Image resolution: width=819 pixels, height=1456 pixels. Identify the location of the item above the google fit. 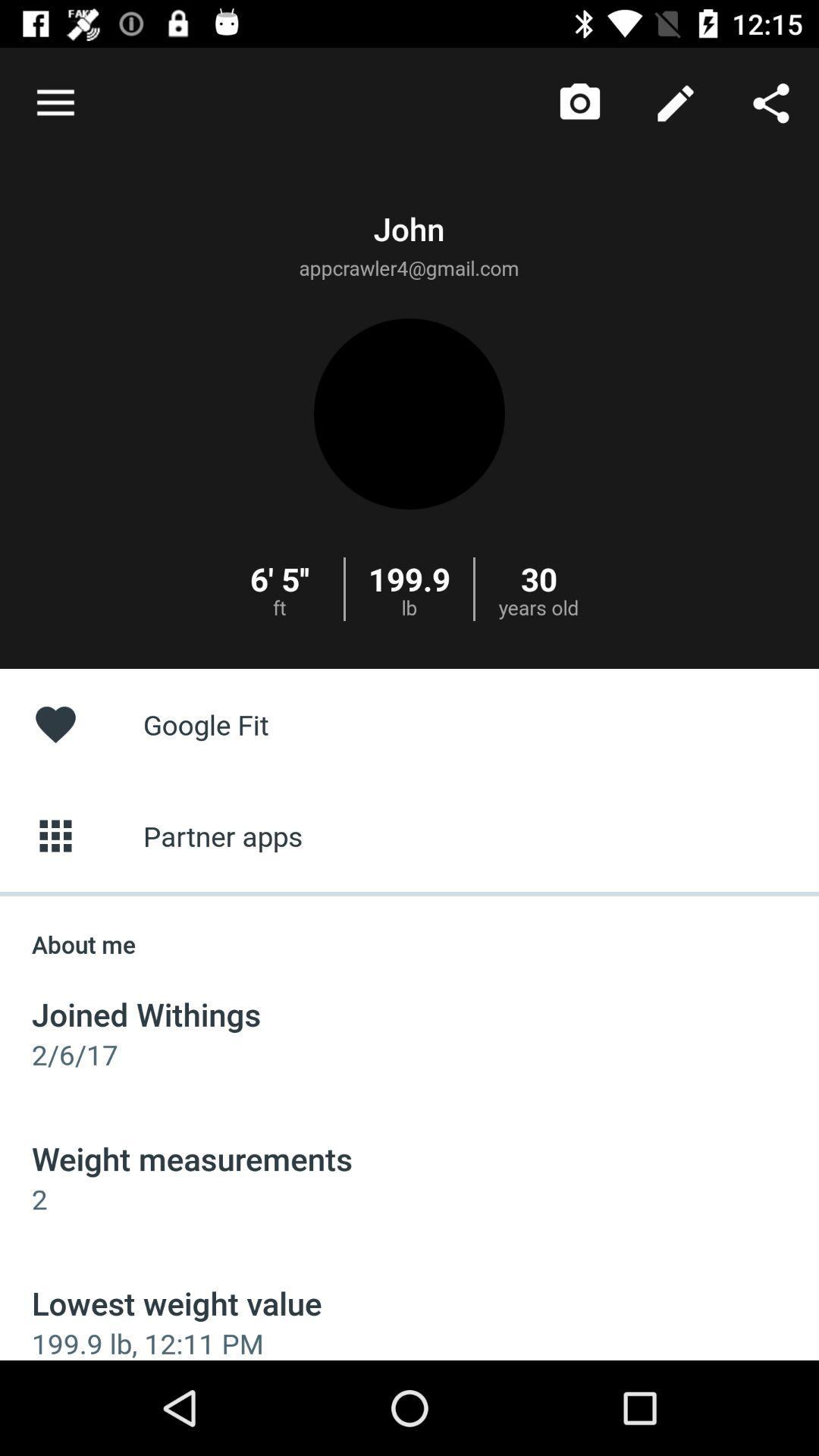
(55, 102).